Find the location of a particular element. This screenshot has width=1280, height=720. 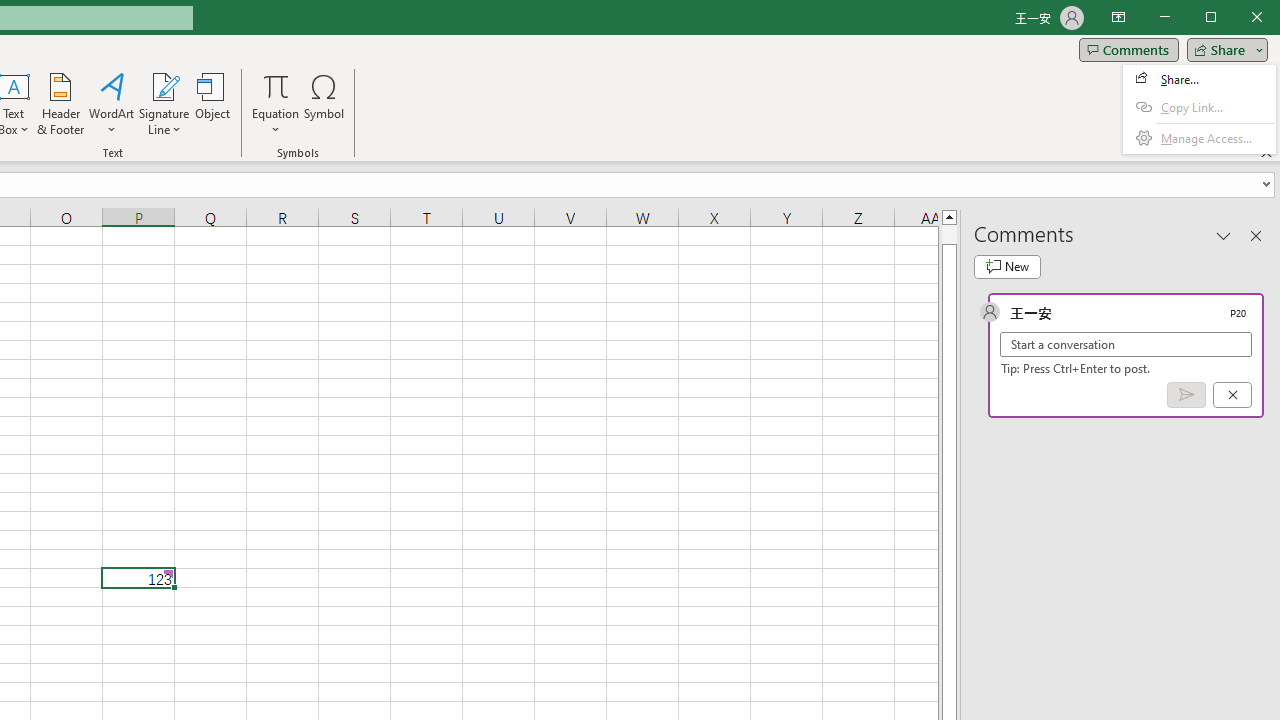

'Cancel' is located at coordinates (1231, 395).